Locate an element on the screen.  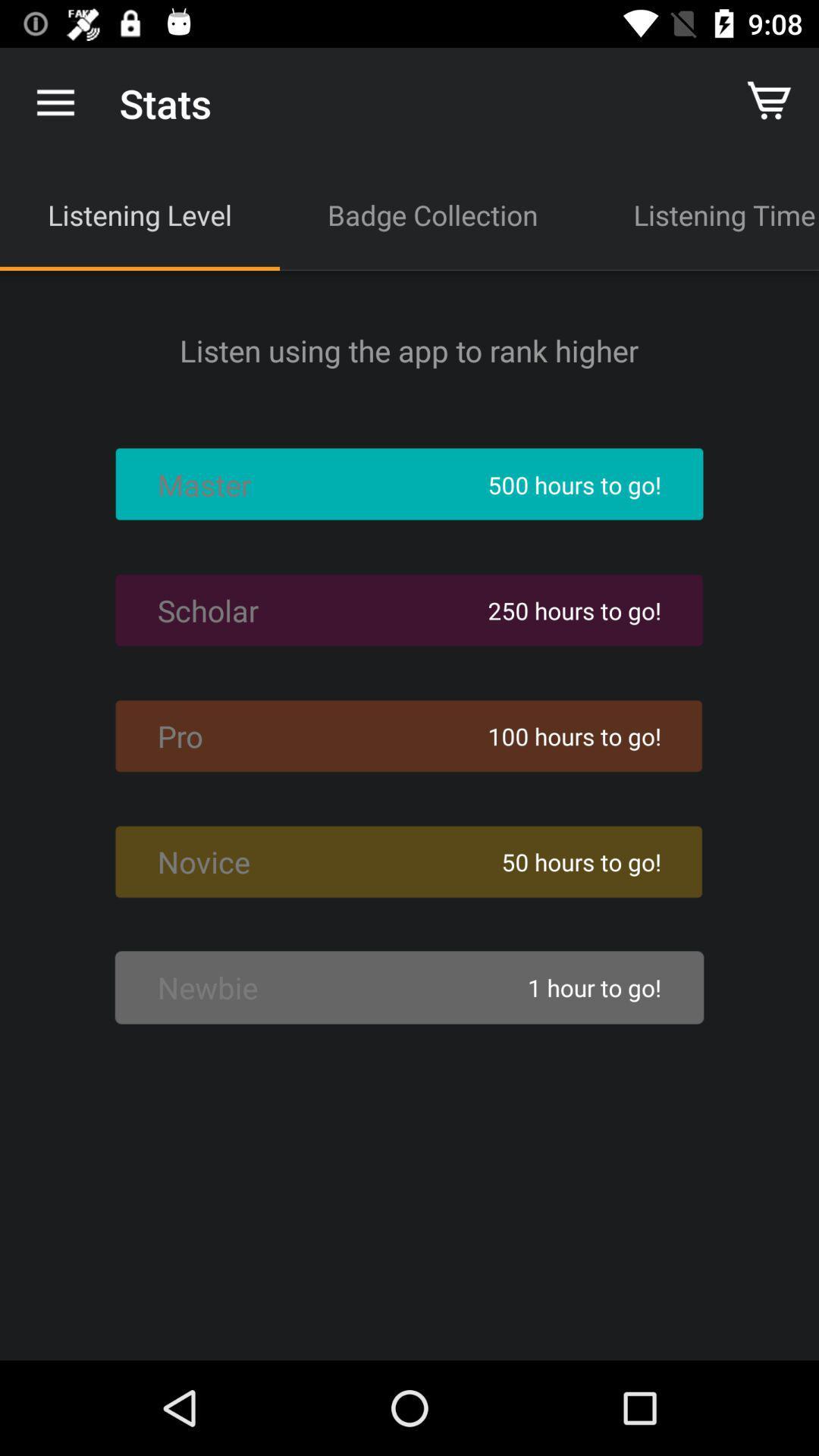
app next to the badge collection item is located at coordinates (140, 214).